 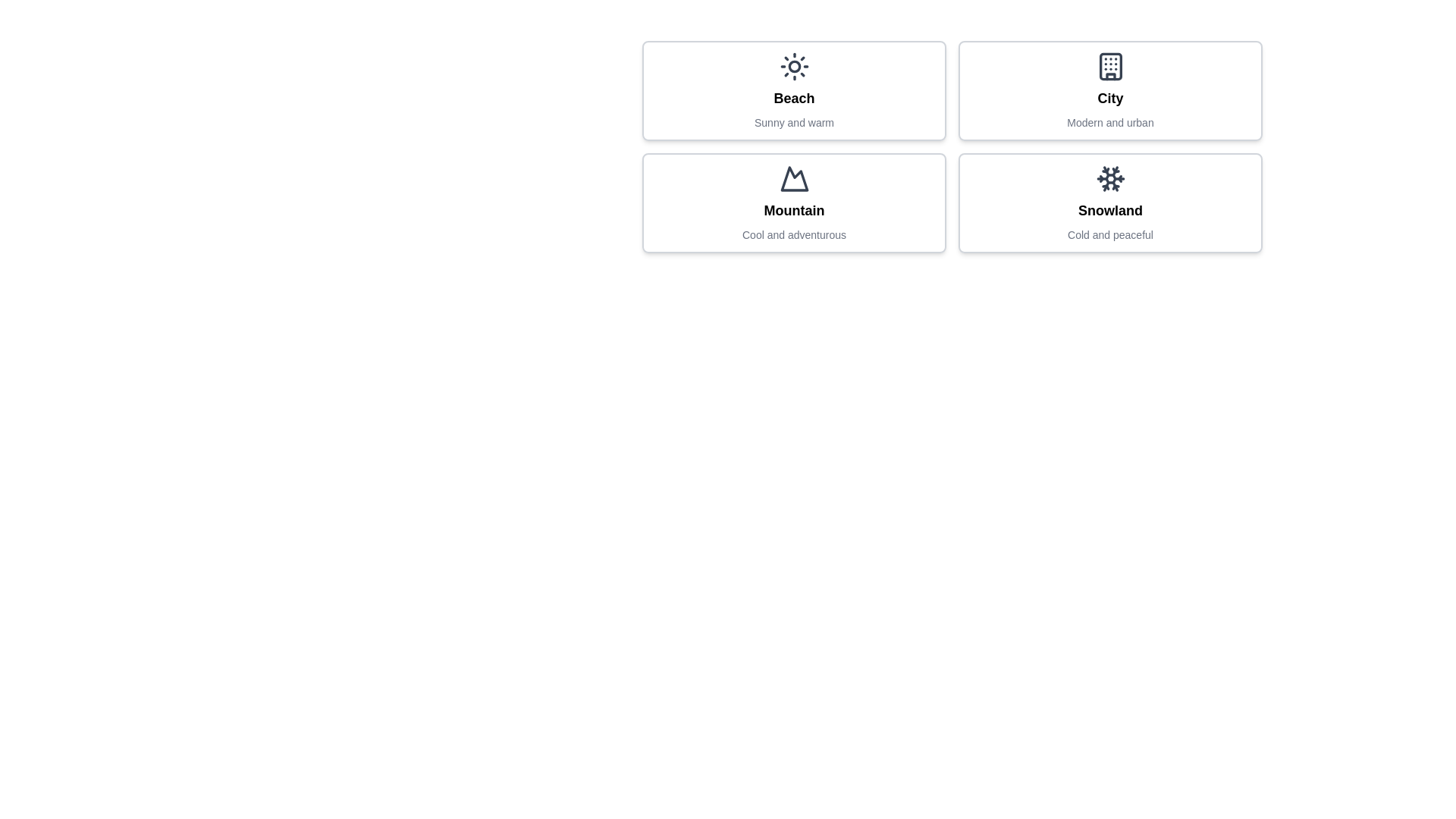 I want to click on appearance of the 'Mountain' icon located at the top center of the 'Mountain' card, which features a subtitle 'Cool and adventurous', so click(x=793, y=177).